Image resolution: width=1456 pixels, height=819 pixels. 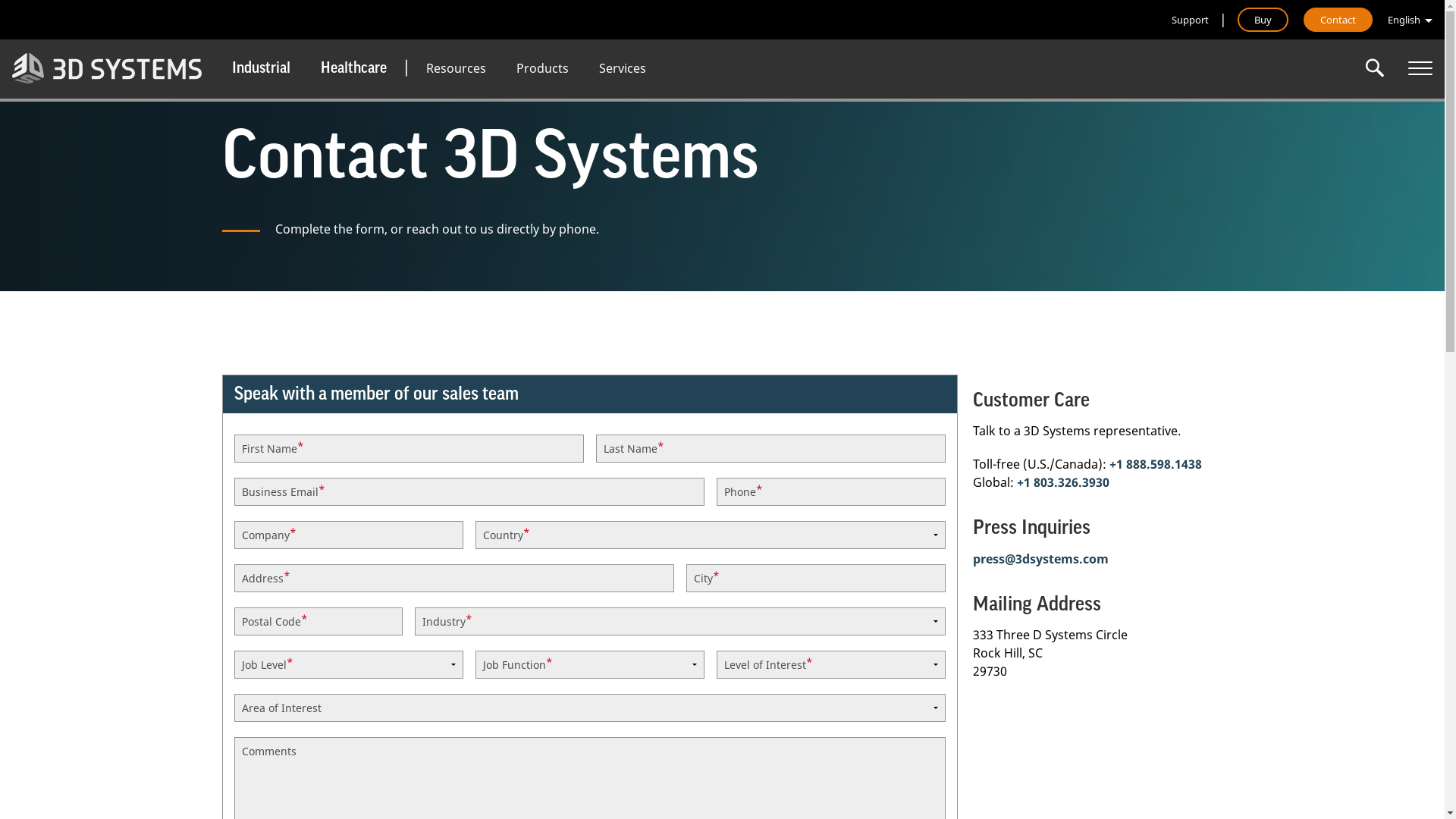 What do you see at coordinates (1409, 20) in the screenshot?
I see `'English'` at bounding box center [1409, 20].